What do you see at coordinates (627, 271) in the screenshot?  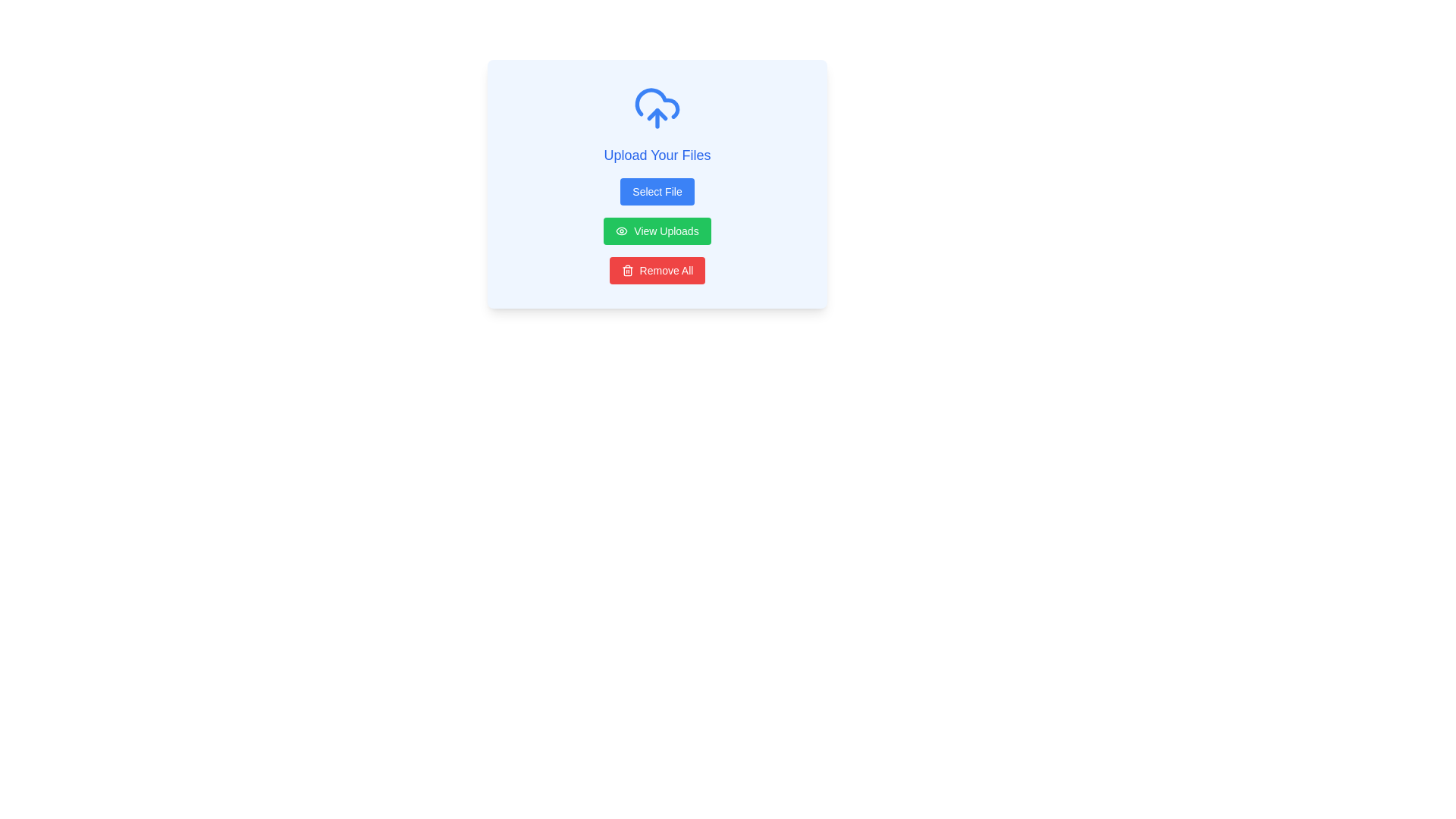 I see `the trash can icon located within the red 'Remove All' button at the bottom of the central card` at bounding box center [627, 271].